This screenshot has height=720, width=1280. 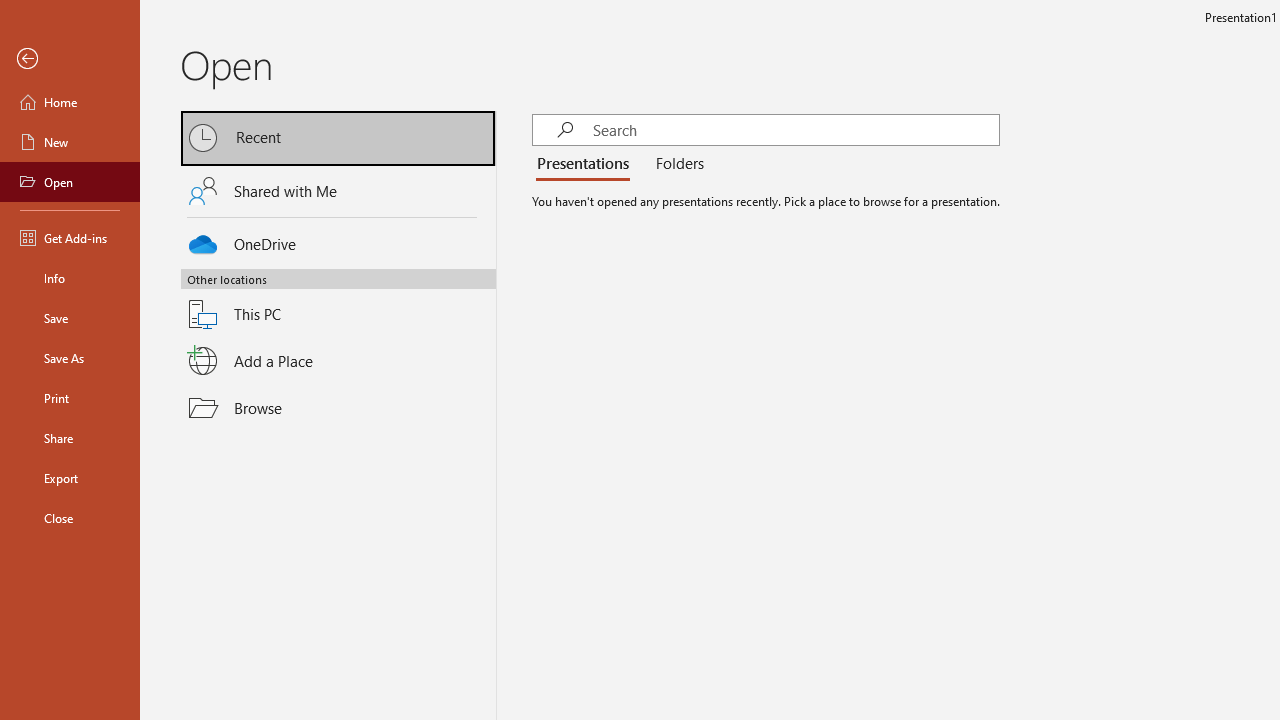 What do you see at coordinates (338, 239) in the screenshot?
I see `'OneDrive'` at bounding box center [338, 239].